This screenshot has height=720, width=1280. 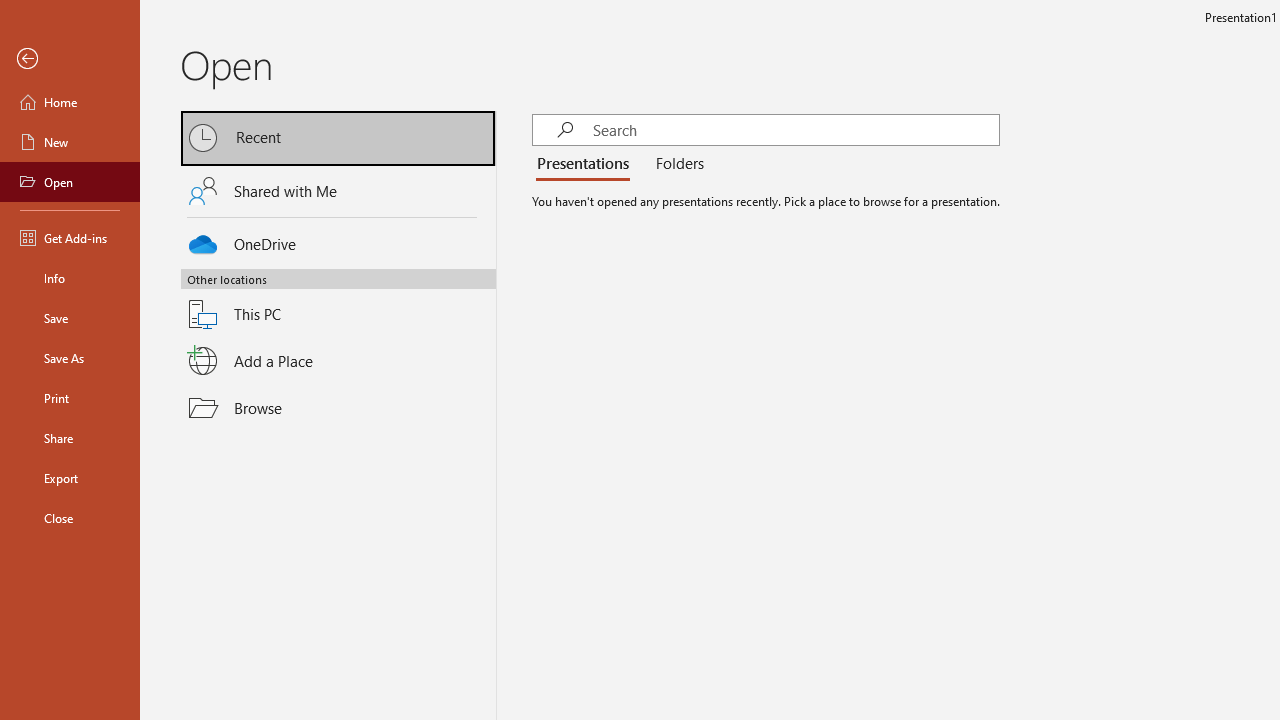 What do you see at coordinates (338, 239) in the screenshot?
I see `'OneDrive'` at bounding box center [338, 239].